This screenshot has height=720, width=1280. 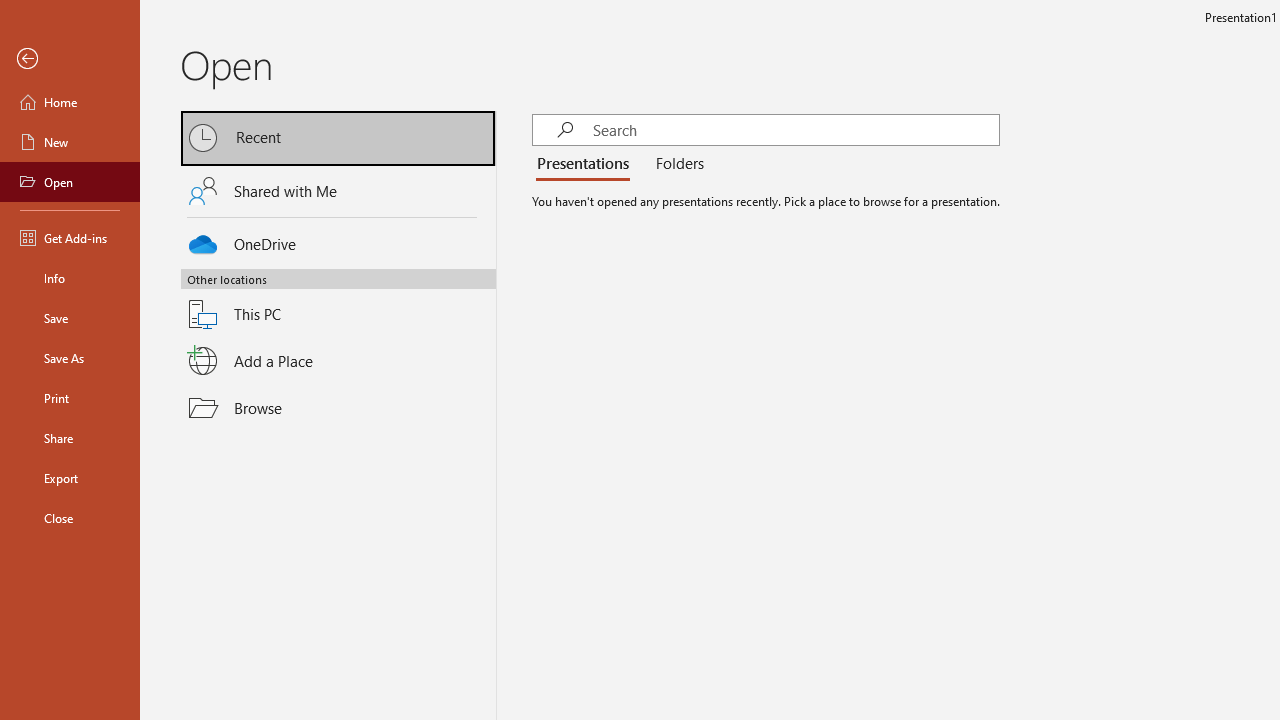 What do you see at coordinates (338, 239) in the screenshot?
I see `'OneDrive'` at bounding box center [338, 239].